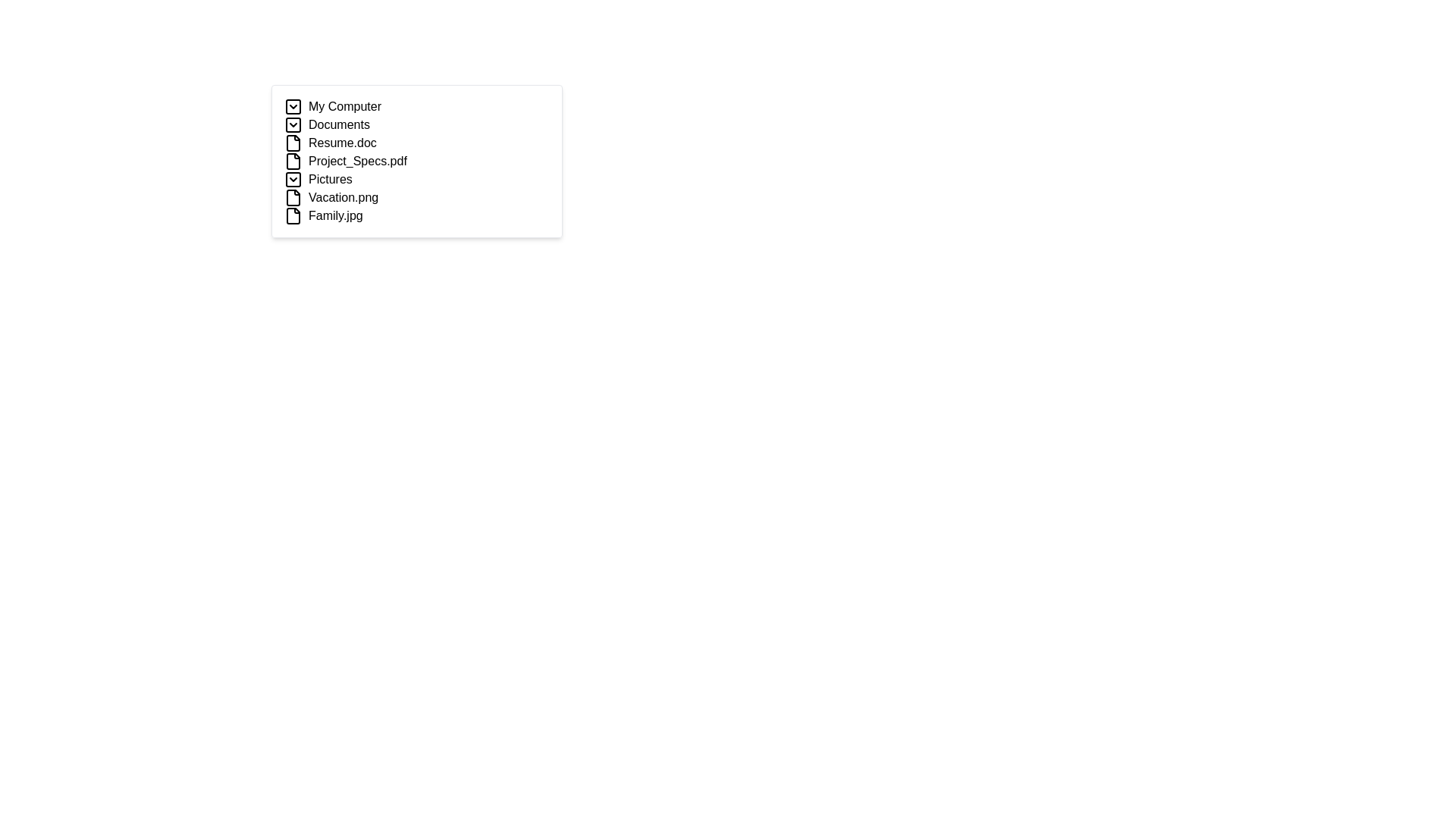 Image resolution: width=1456 pixels, height=819 pixels. What do you see at coordinates (293, 106) in the screenshot?
I see `the graphical boundary box that serves as a hitbox for the chevron arrow in the 'My Computer' section of the hierarchical file structure` at bounding box center [293, 106].